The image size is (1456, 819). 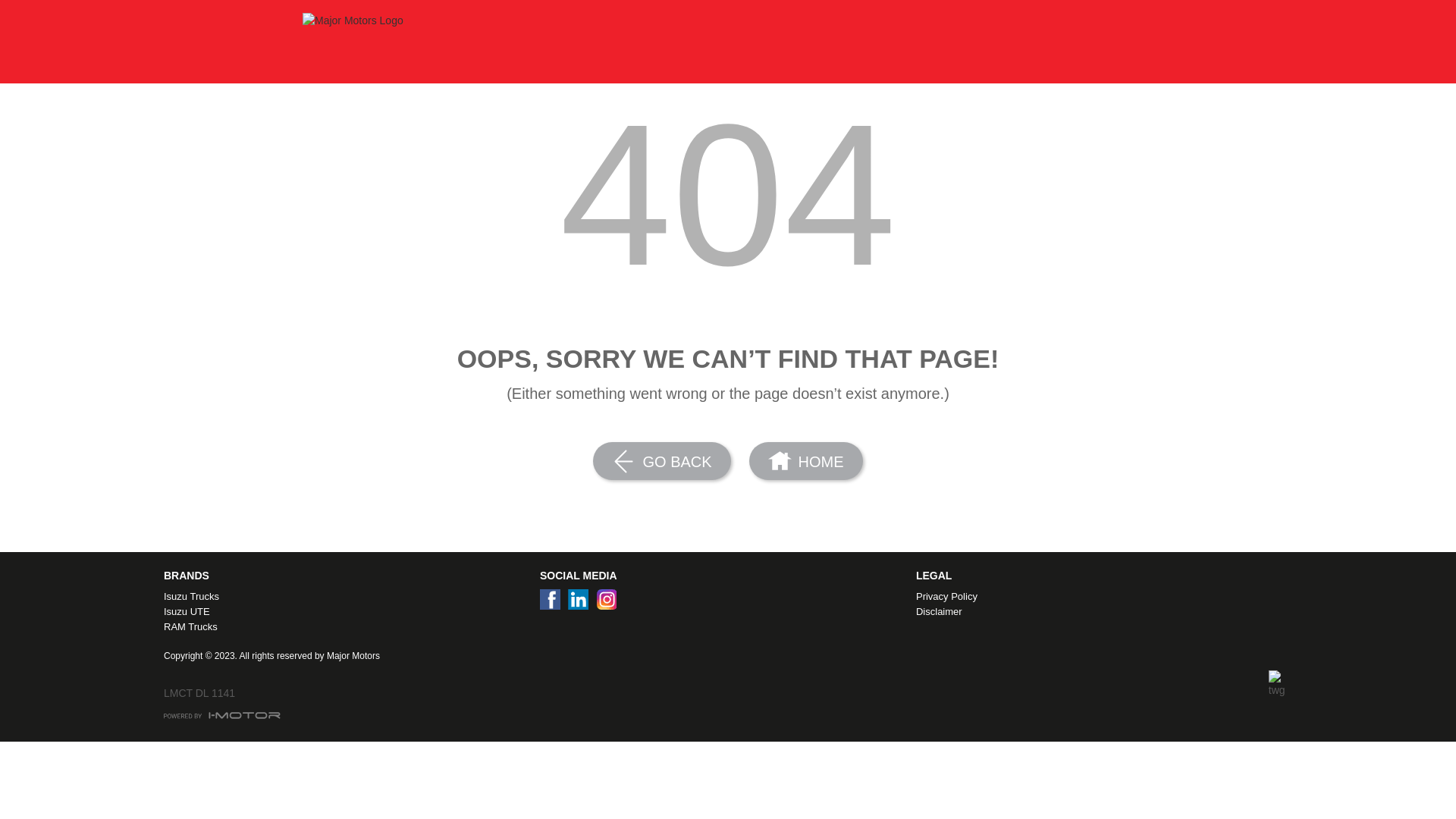 I want to click on 'RAM Trucks', so click(x=164, y=626).